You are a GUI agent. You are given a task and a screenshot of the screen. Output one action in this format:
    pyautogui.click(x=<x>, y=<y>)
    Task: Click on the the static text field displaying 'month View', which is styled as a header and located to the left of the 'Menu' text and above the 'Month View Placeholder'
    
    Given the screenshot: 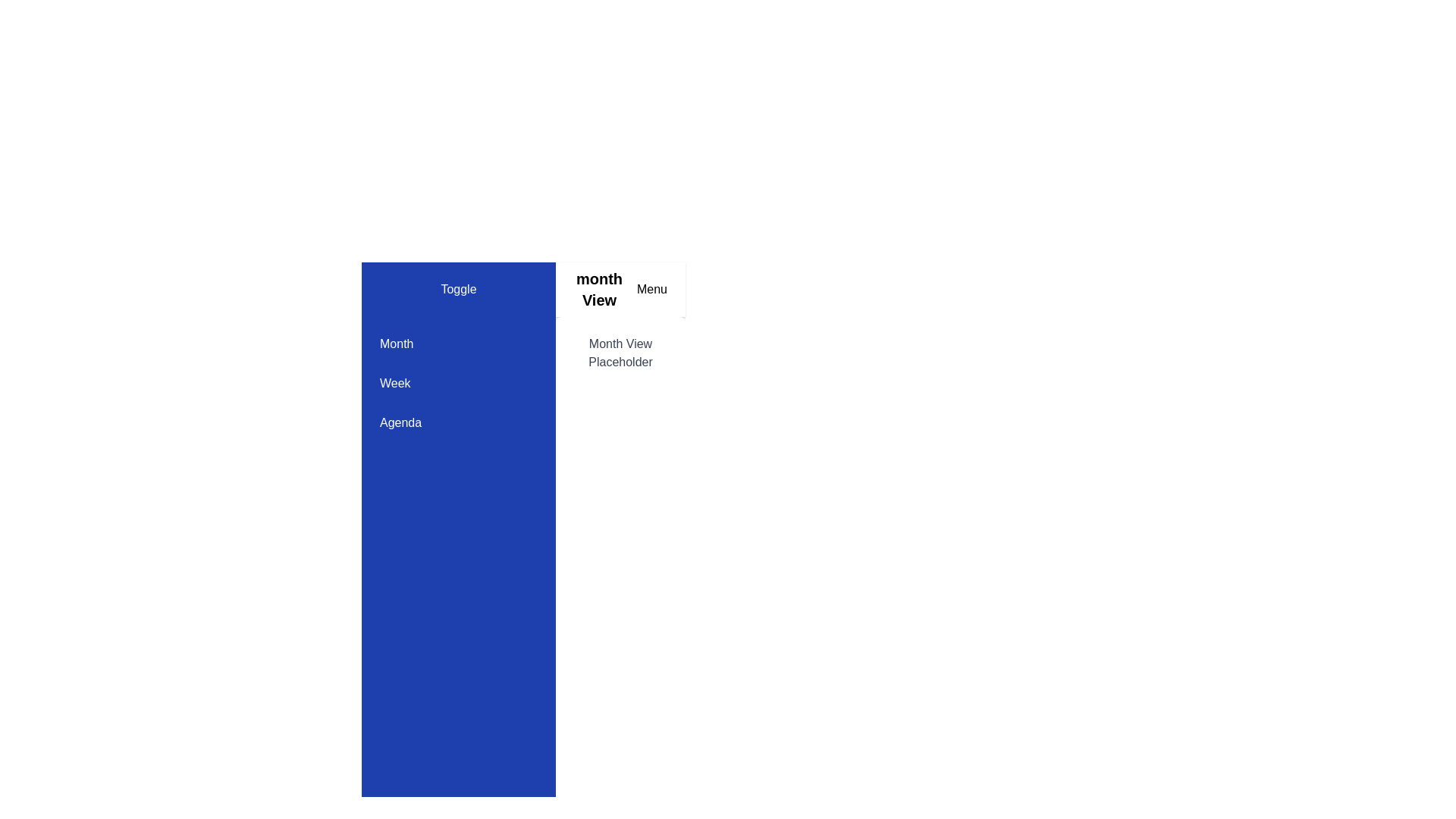 What is the action you would take?
    pyautogui.click(x=598, y=289)
    